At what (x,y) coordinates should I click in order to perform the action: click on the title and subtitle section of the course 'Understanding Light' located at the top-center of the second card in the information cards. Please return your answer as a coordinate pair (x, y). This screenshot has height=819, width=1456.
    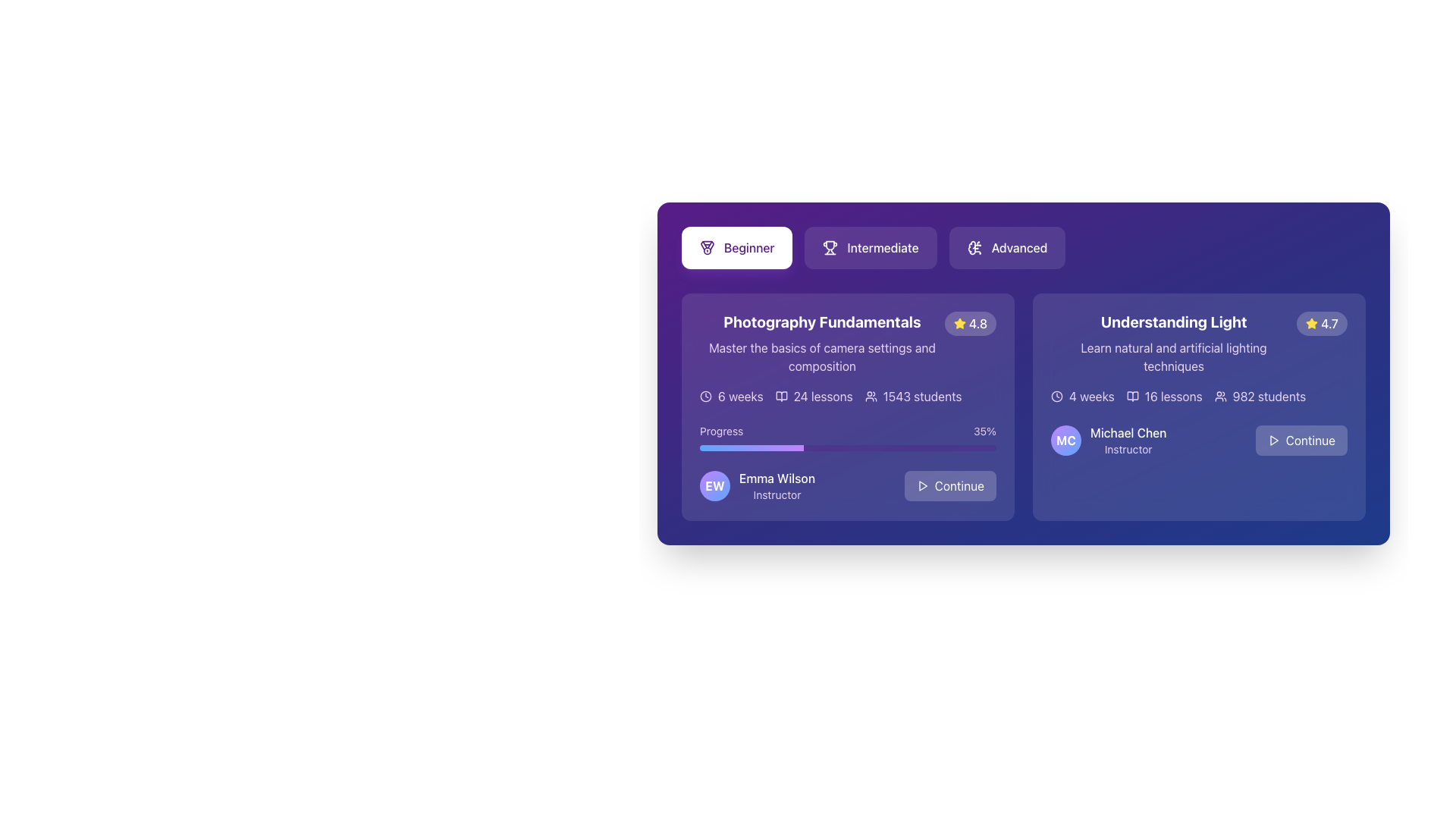
    Looking at the image, I should click on (1173, 343).